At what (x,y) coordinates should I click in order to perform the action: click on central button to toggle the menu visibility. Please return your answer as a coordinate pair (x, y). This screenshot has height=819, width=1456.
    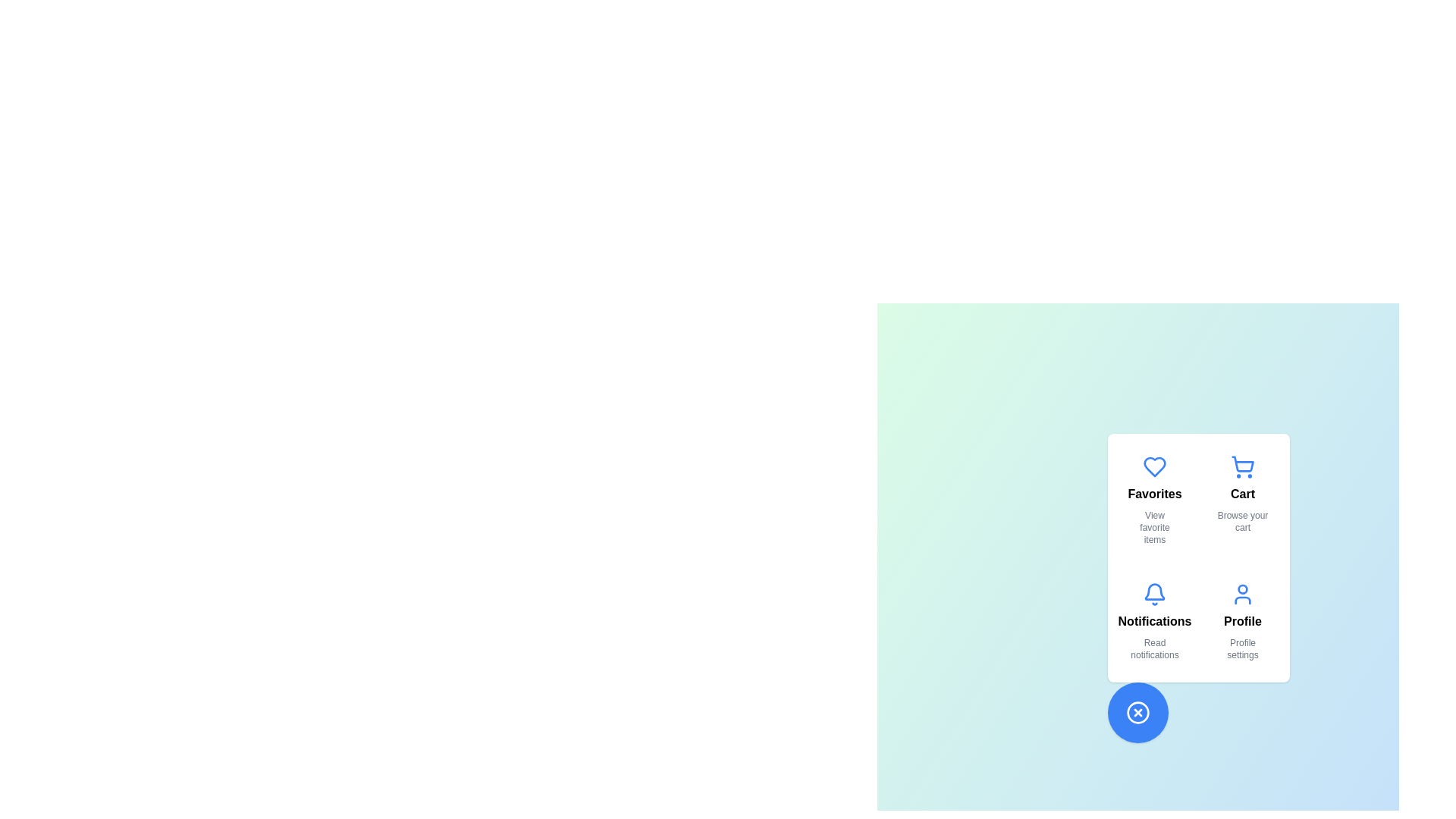
    Looking at the image, I should click on (1138, 713).